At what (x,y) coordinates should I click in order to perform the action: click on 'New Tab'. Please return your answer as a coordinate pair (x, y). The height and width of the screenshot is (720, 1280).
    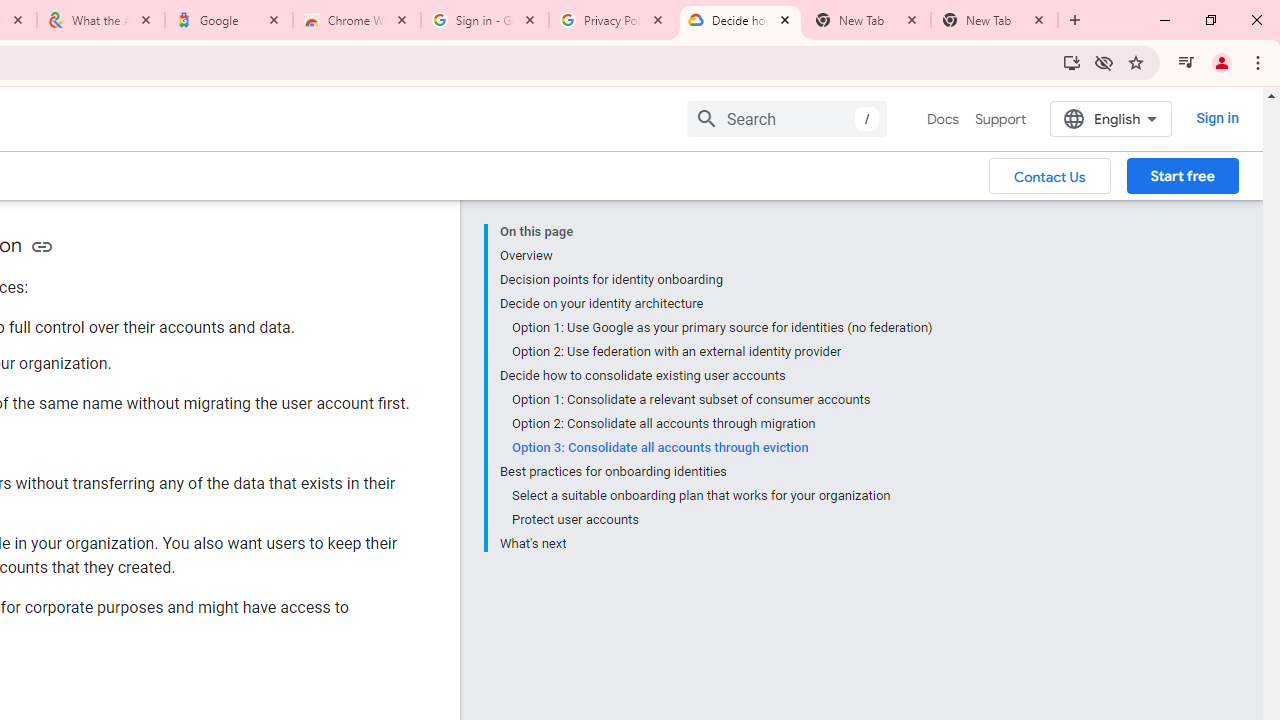
    Looking at the image, I should click on (994, 20).